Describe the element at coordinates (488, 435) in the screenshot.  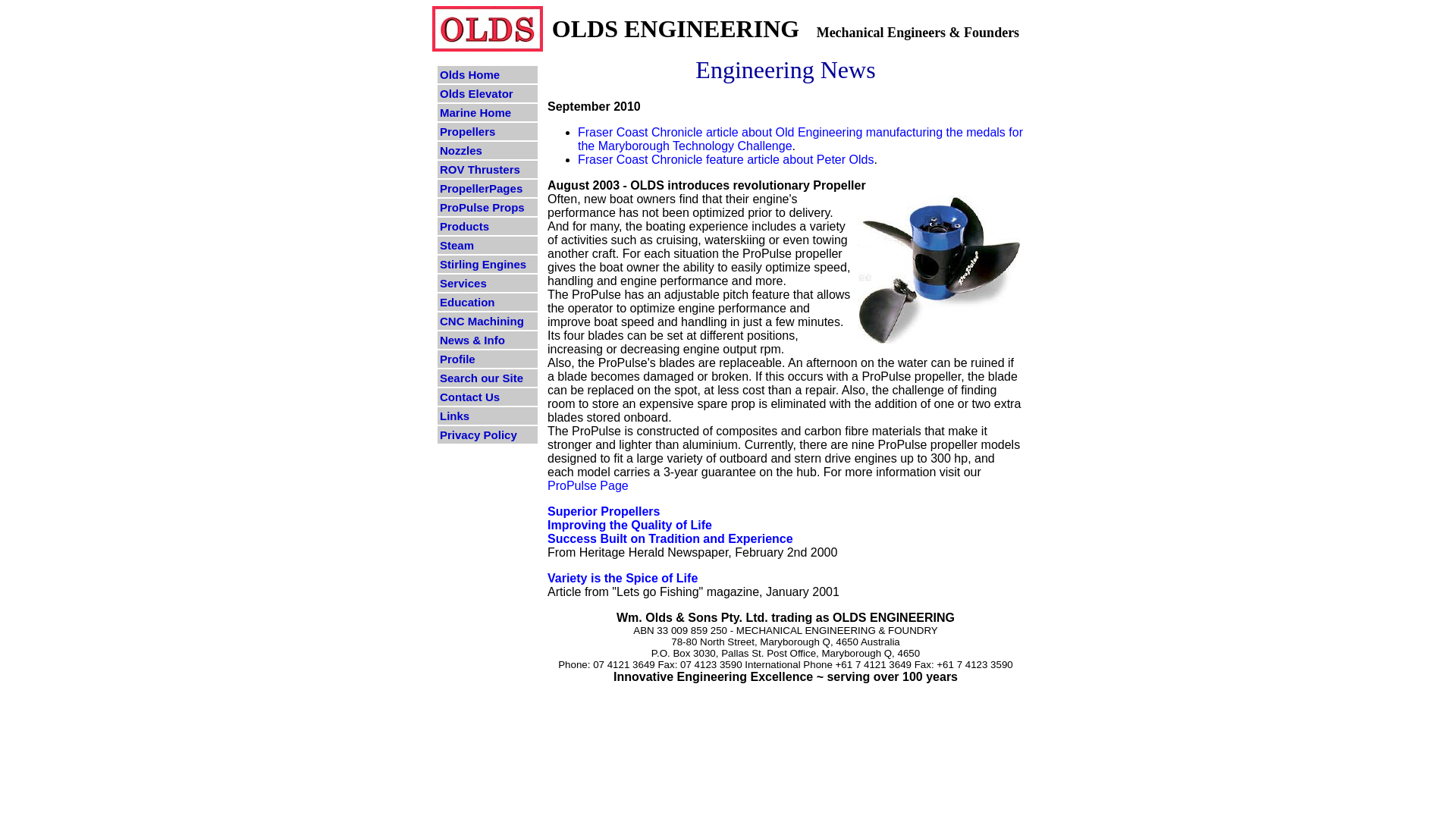
I see `'Privacy Policy'` at that location.